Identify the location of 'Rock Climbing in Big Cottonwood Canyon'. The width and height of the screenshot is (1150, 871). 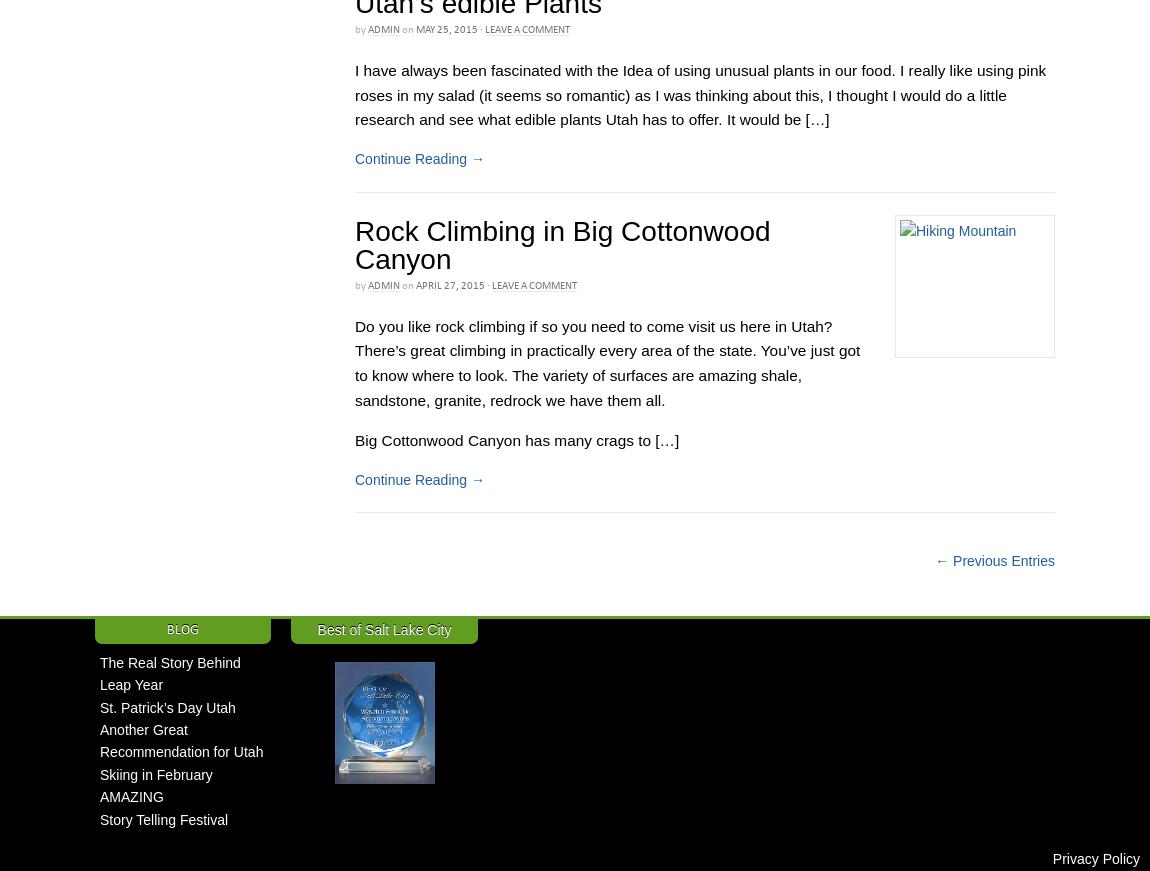
(562, 245).